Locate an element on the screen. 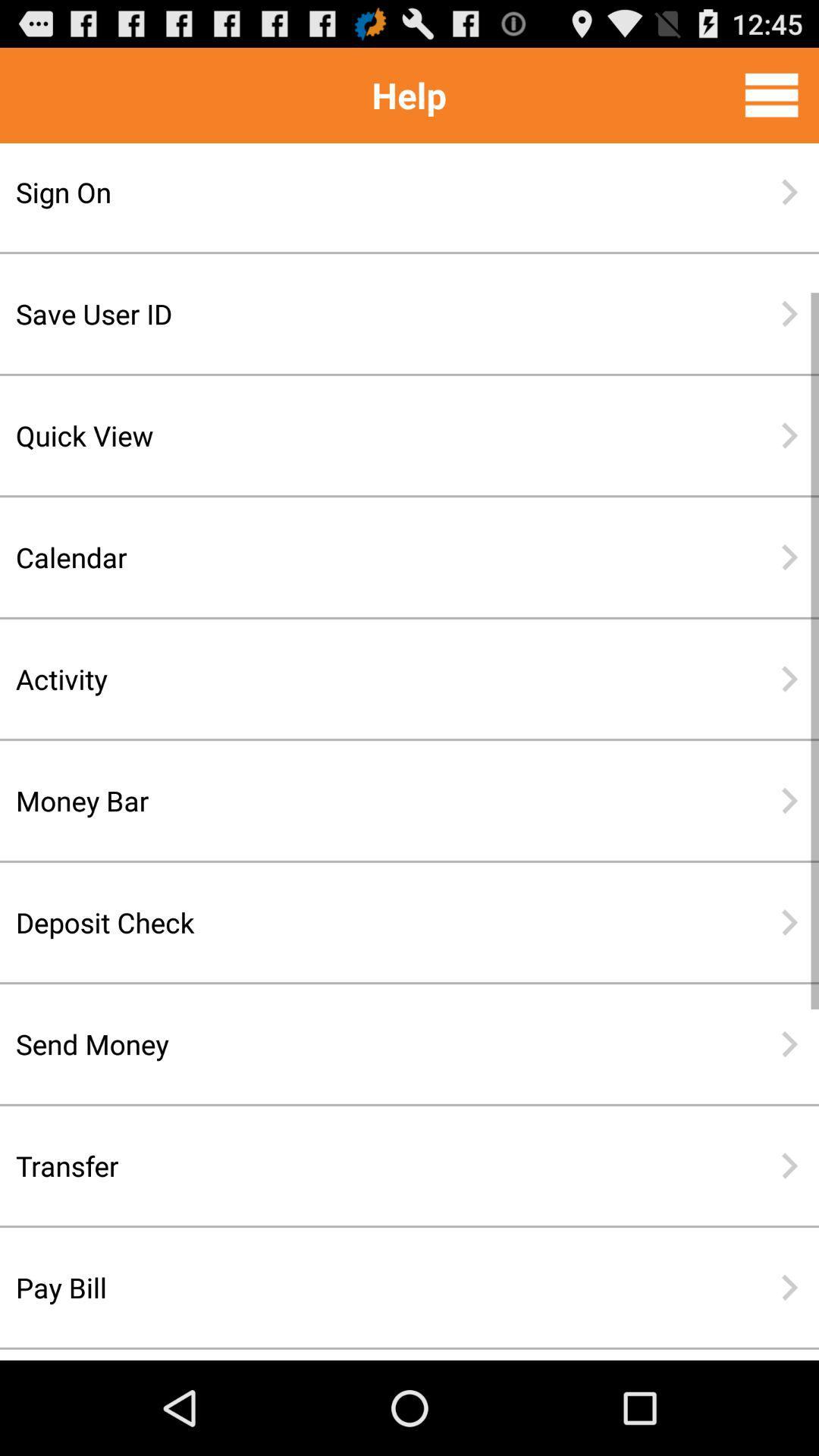  the item above the money bar item is located at coordinates (360, 678).